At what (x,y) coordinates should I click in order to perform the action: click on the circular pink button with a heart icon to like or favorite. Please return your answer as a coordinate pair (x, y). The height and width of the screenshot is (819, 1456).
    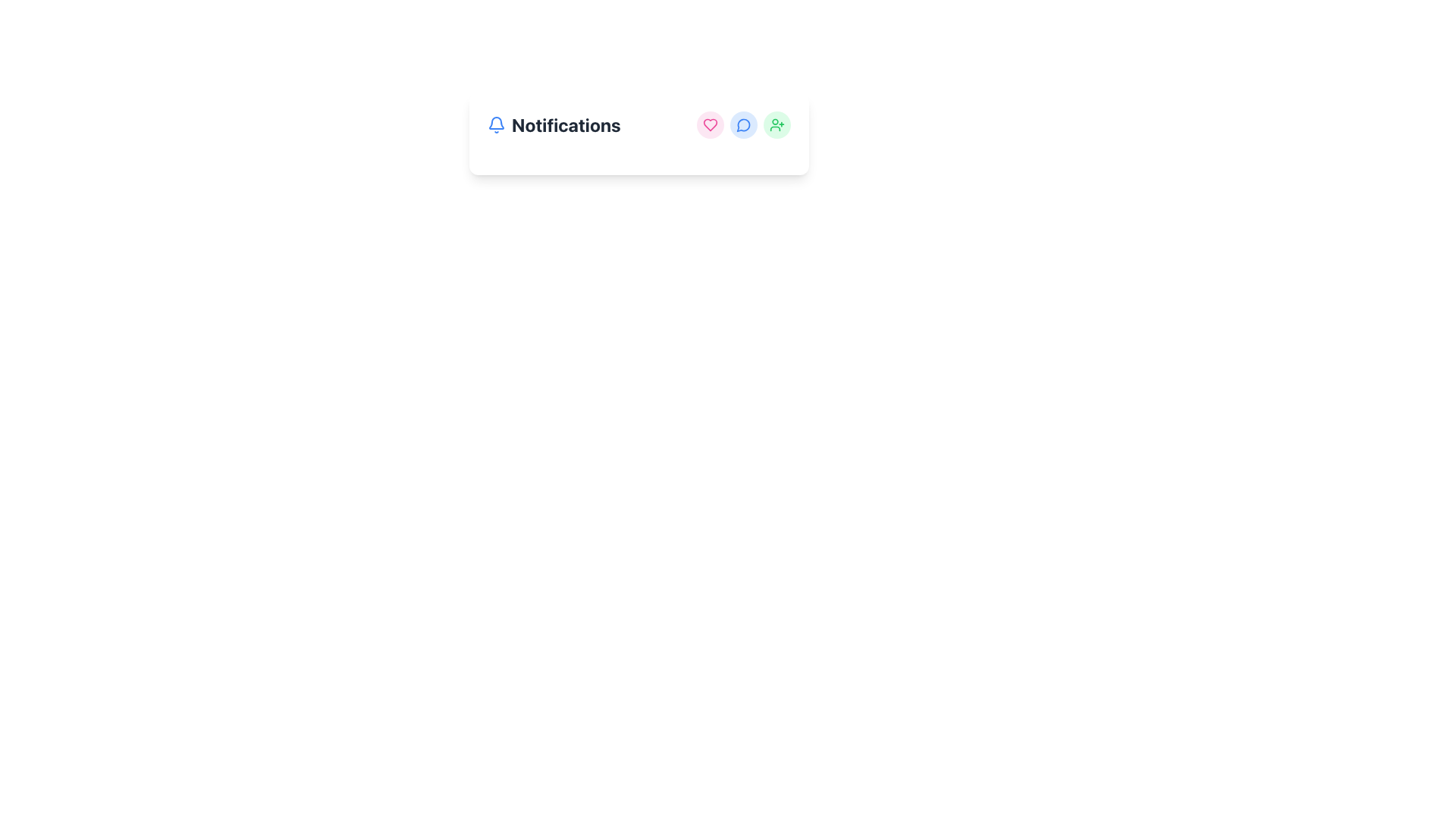
    Looking at the image, I should click on (709, 124).